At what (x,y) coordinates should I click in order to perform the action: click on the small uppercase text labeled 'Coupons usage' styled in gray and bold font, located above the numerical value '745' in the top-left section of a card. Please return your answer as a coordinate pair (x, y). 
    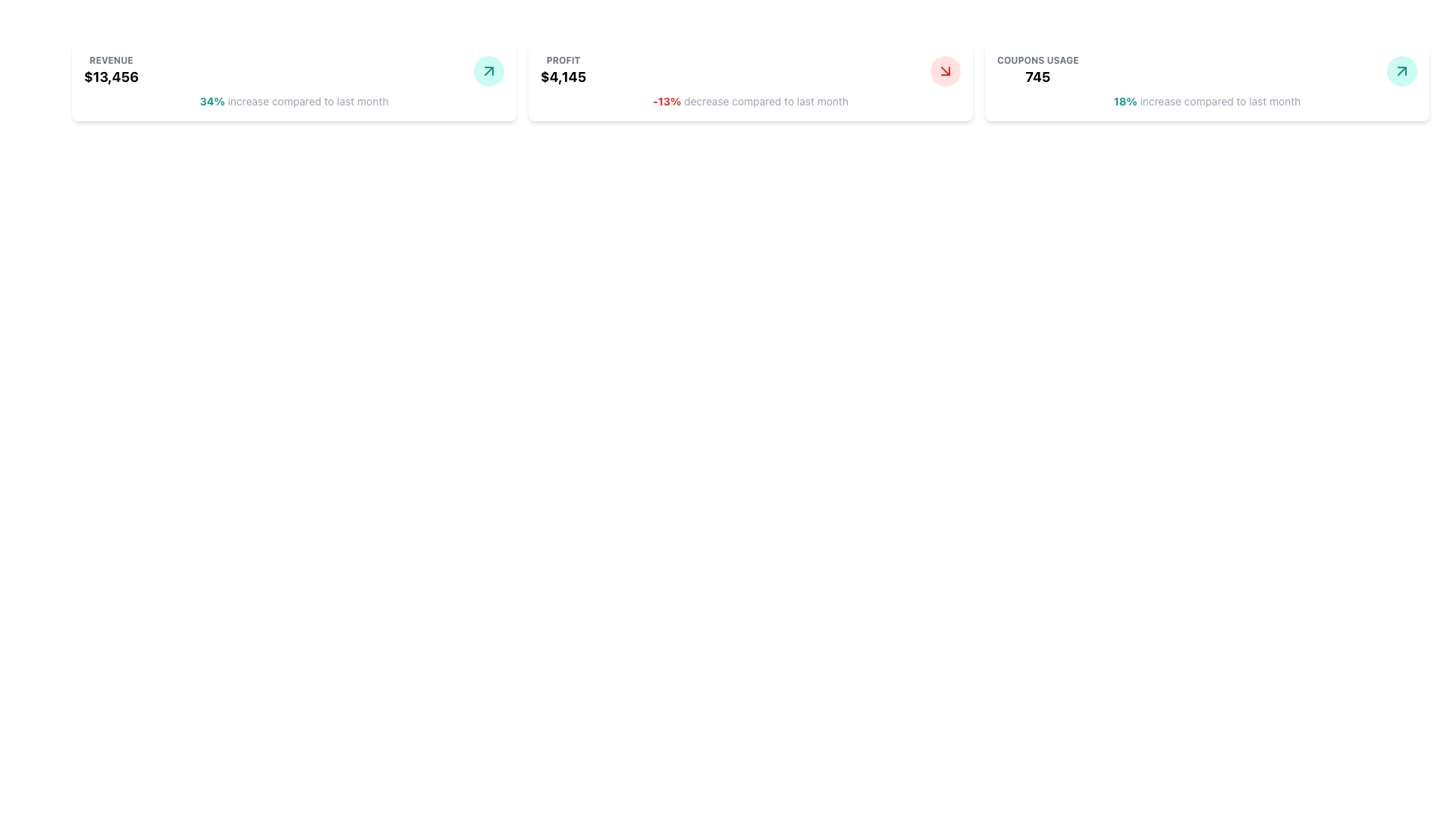
    Looking at the image, I should click on (1037, 60).